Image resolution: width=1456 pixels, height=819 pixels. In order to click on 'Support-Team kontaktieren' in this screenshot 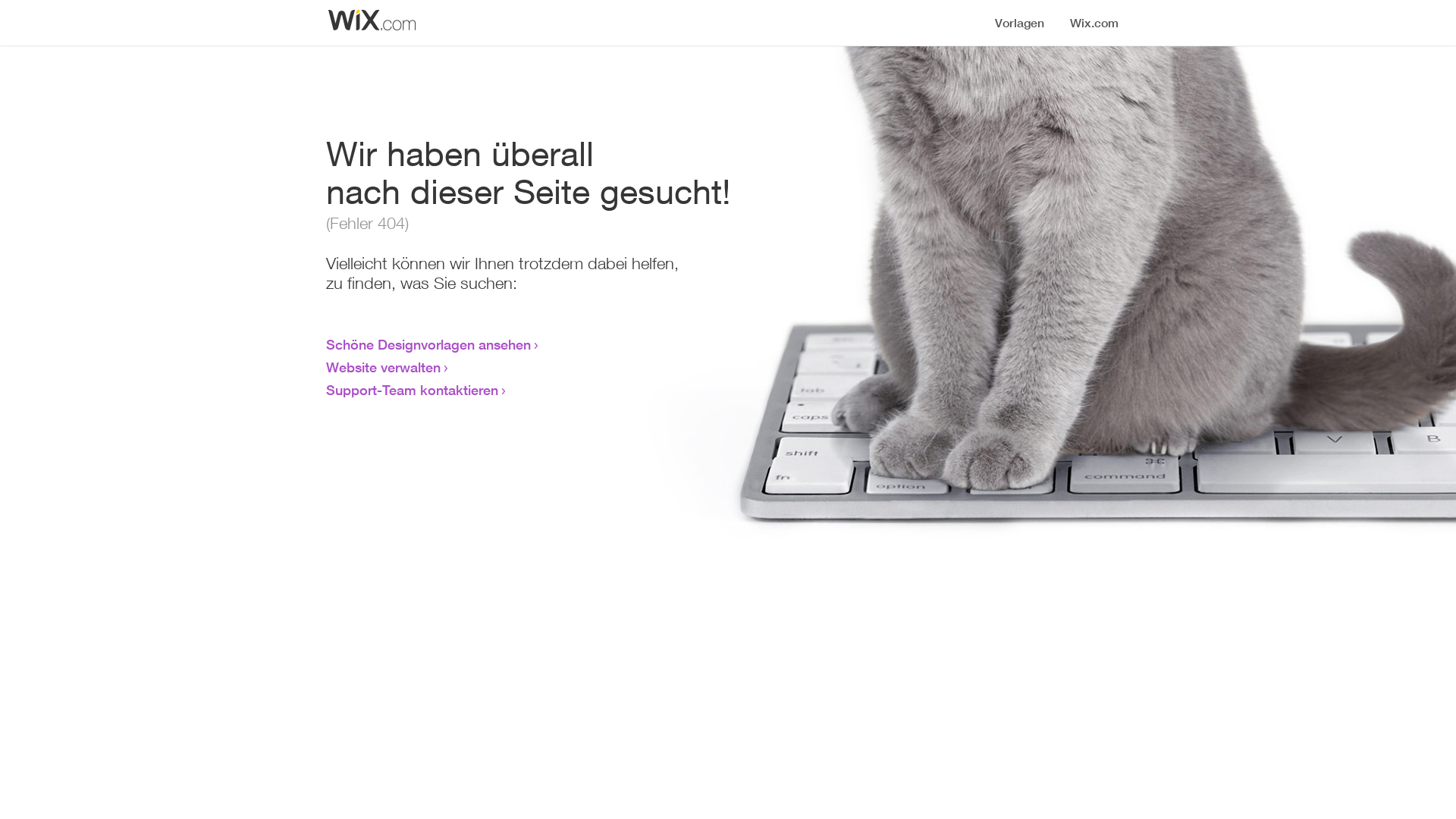, I will do `click(412, 388)`.